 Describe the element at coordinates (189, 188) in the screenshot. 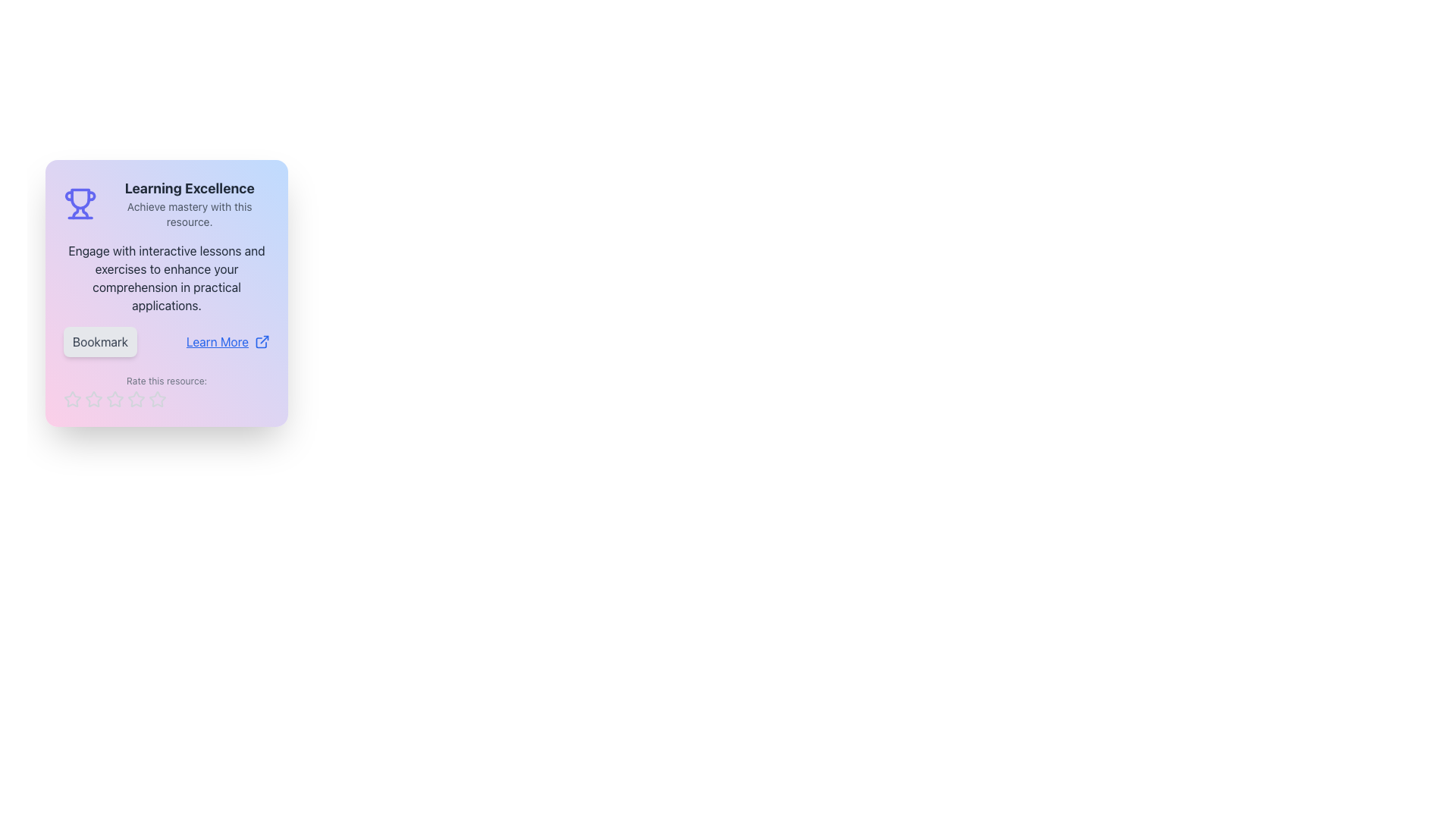

I see `the 'Learning Excellence' text header, which is styled in bold dark gray font and located centrally at the top of the card layout` at that location.